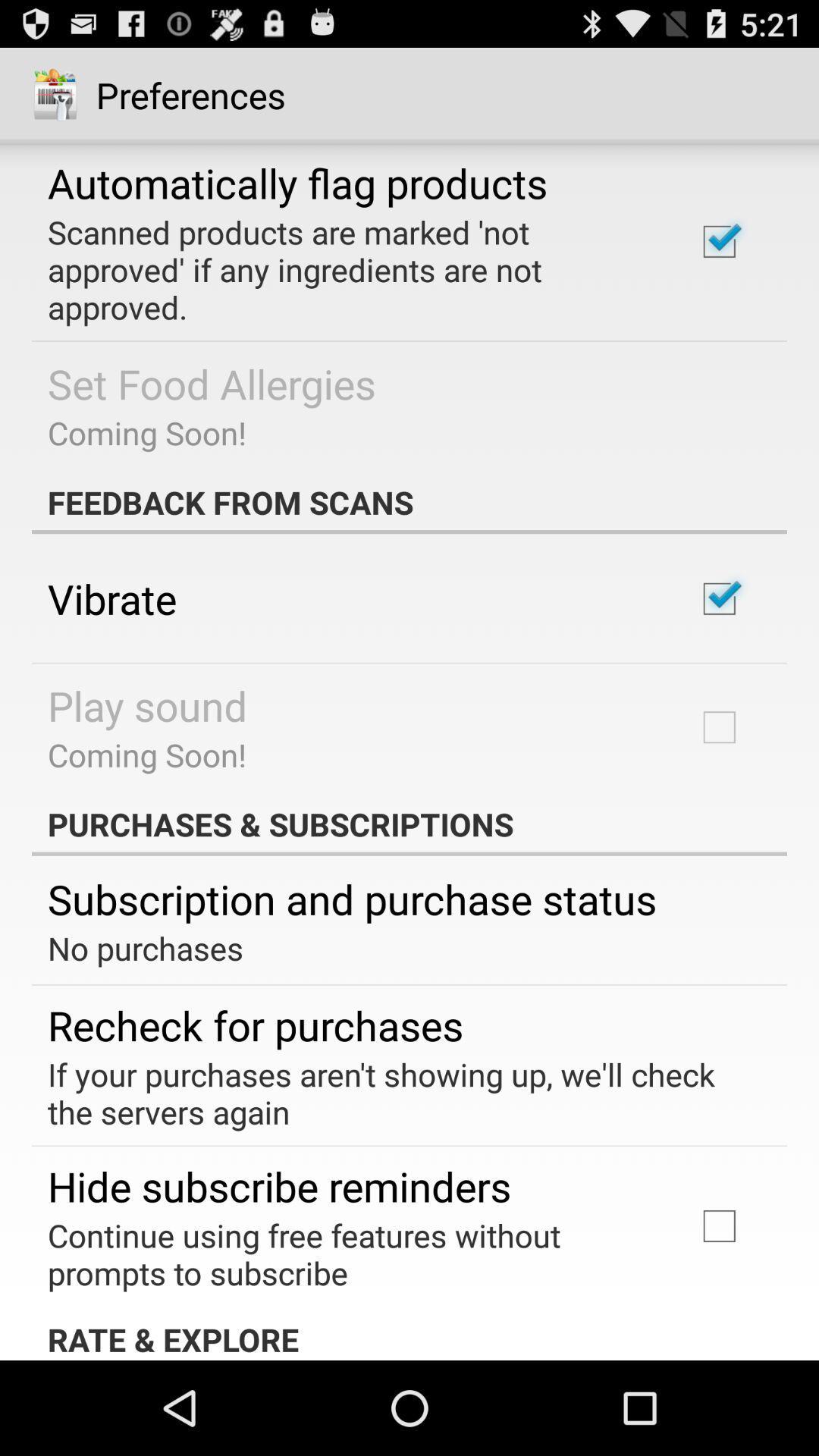 The width and height of the screenshot is (819, 1456). I want to click on the app above the subscription and purchase icon, so click(409, 823).